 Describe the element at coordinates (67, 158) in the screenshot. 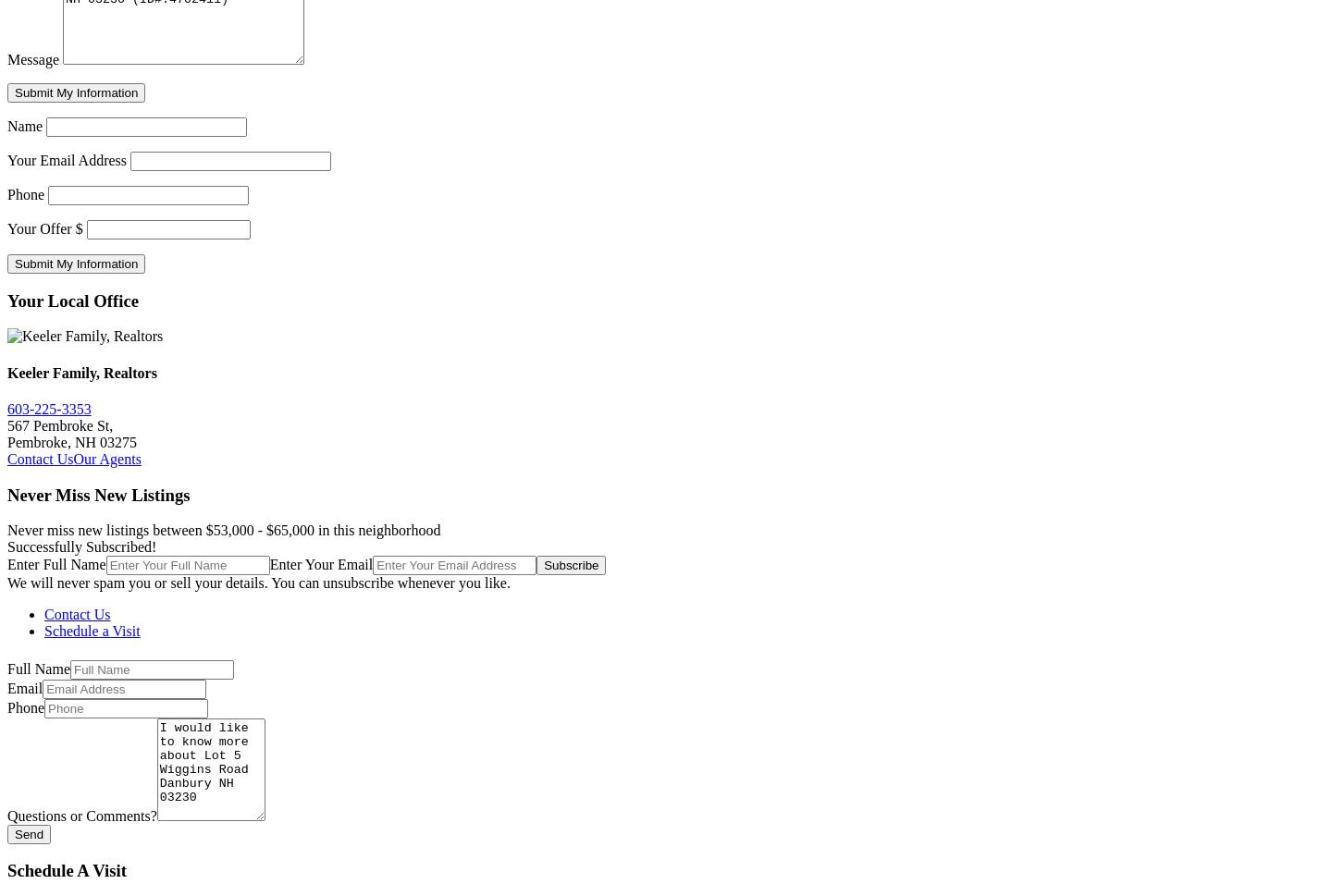

I see `'Your Email Address'` at that location.